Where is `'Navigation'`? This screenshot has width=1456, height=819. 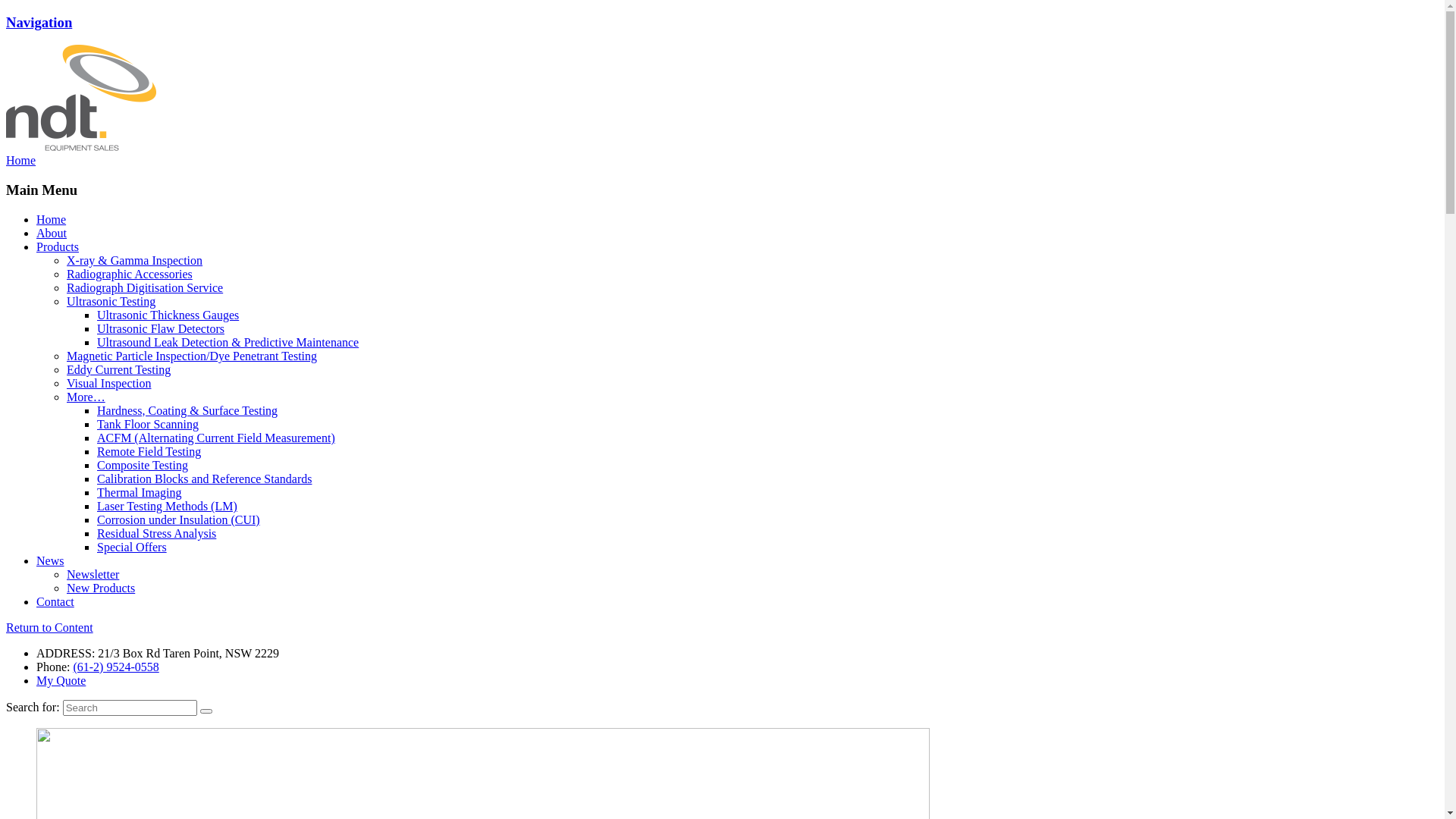
'Navigation' is located at coordinates (39, 22).